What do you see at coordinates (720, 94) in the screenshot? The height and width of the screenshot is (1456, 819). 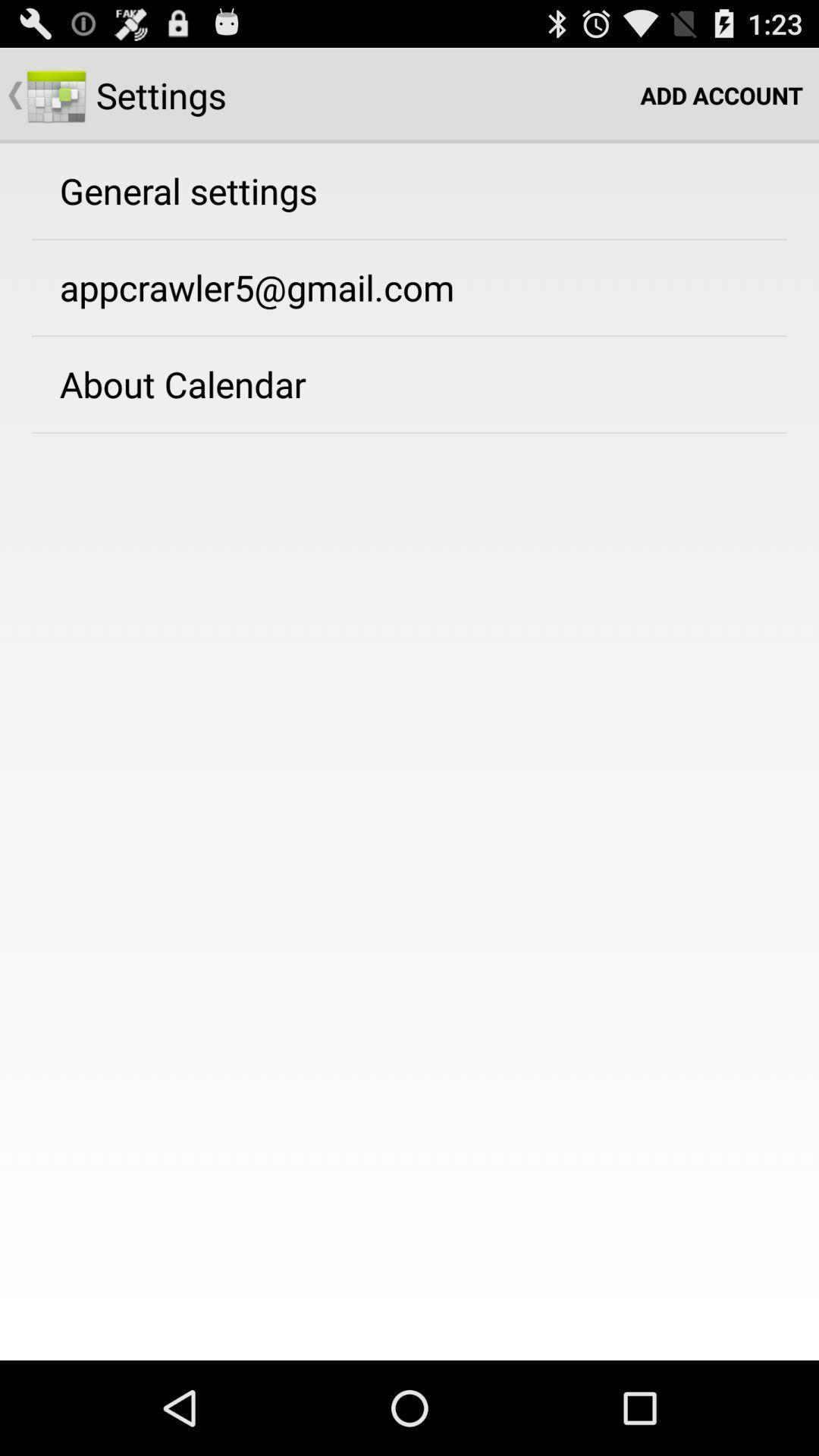 I see `the app to the right of settings icon` at bounding box center [720, 94].